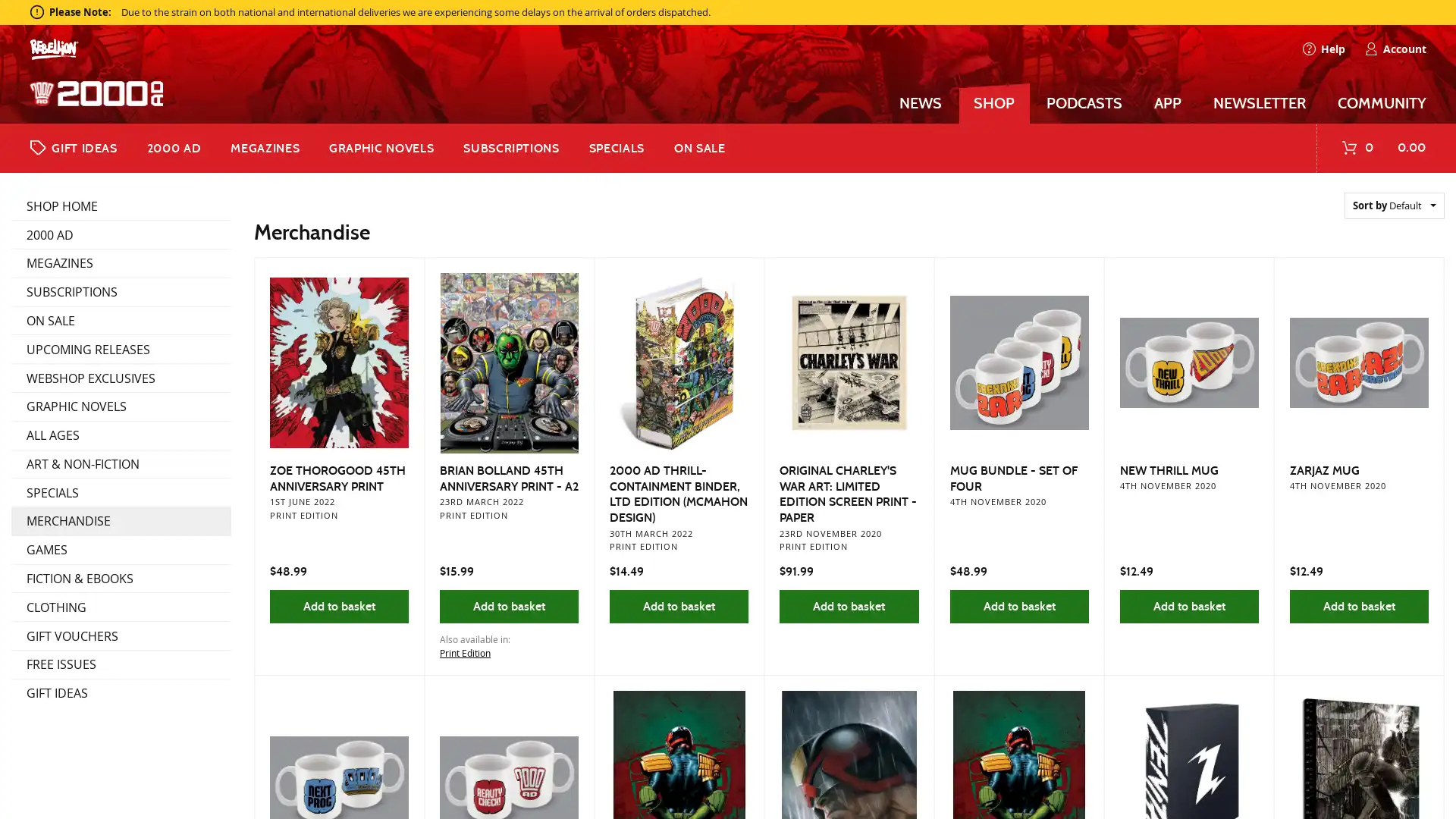 This screenshot has height=819, width=1456. I want to click on Add to basket, so click(678, 605).